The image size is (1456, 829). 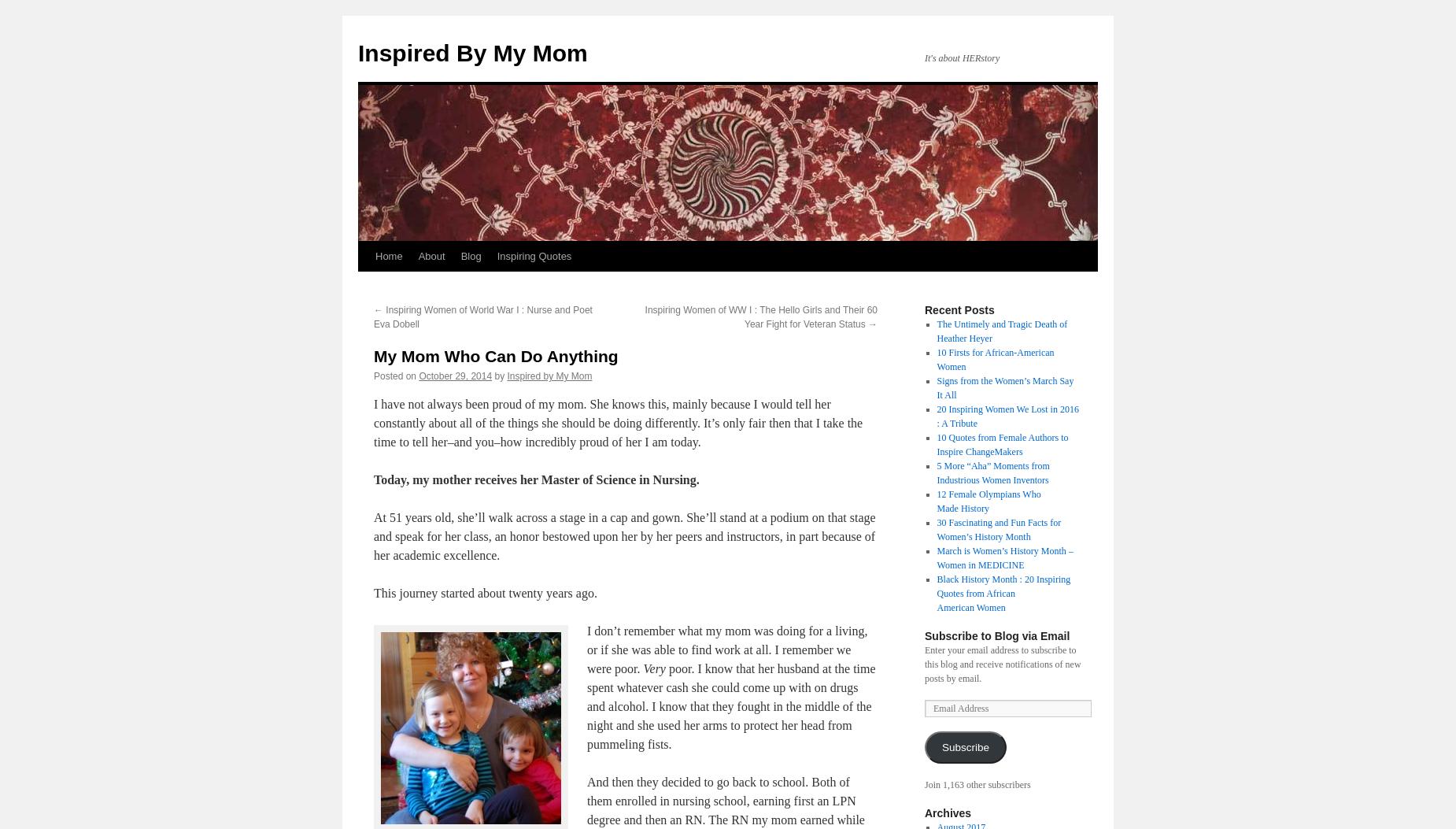 What do you see at coordinates (759, 316) in the screenshot?
I see `'Inspiring Women of WW I : The Hello Girls and Their 60 Year Fight for Veteran Status'` at bounding box center [759, 316].